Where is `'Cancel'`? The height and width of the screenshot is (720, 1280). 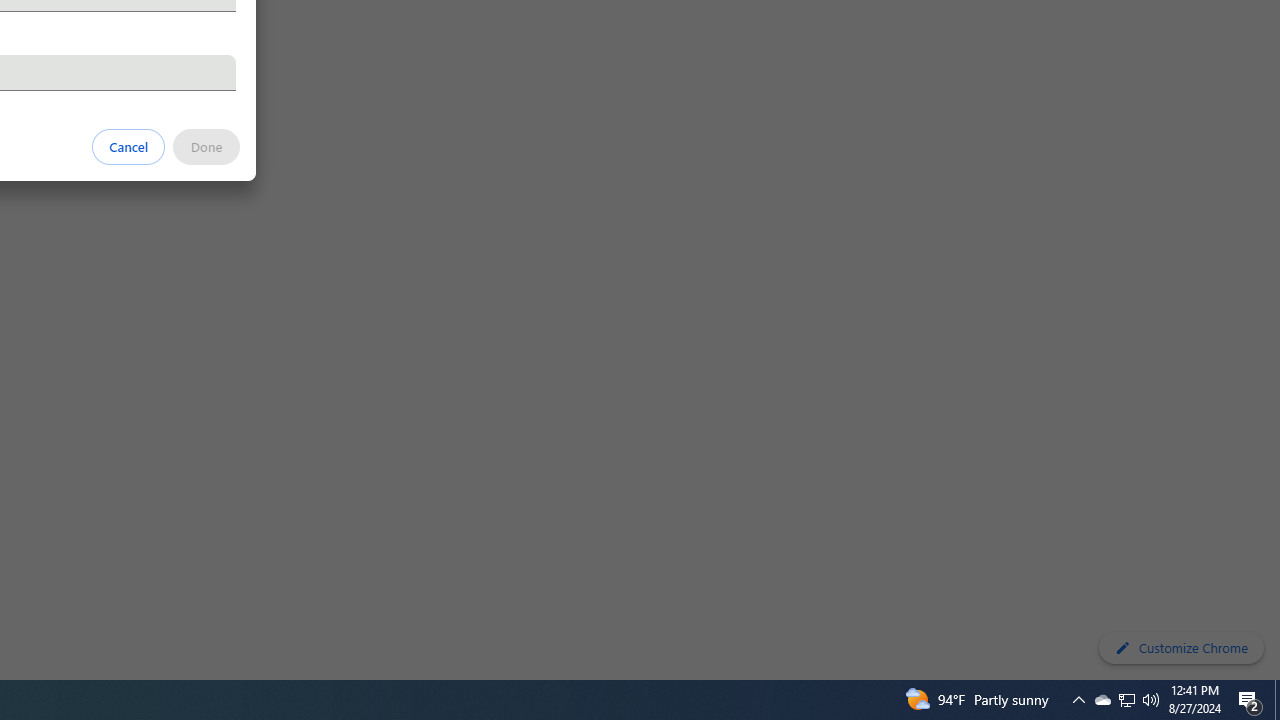
'Cancel' is located at coordinates (128, 145).